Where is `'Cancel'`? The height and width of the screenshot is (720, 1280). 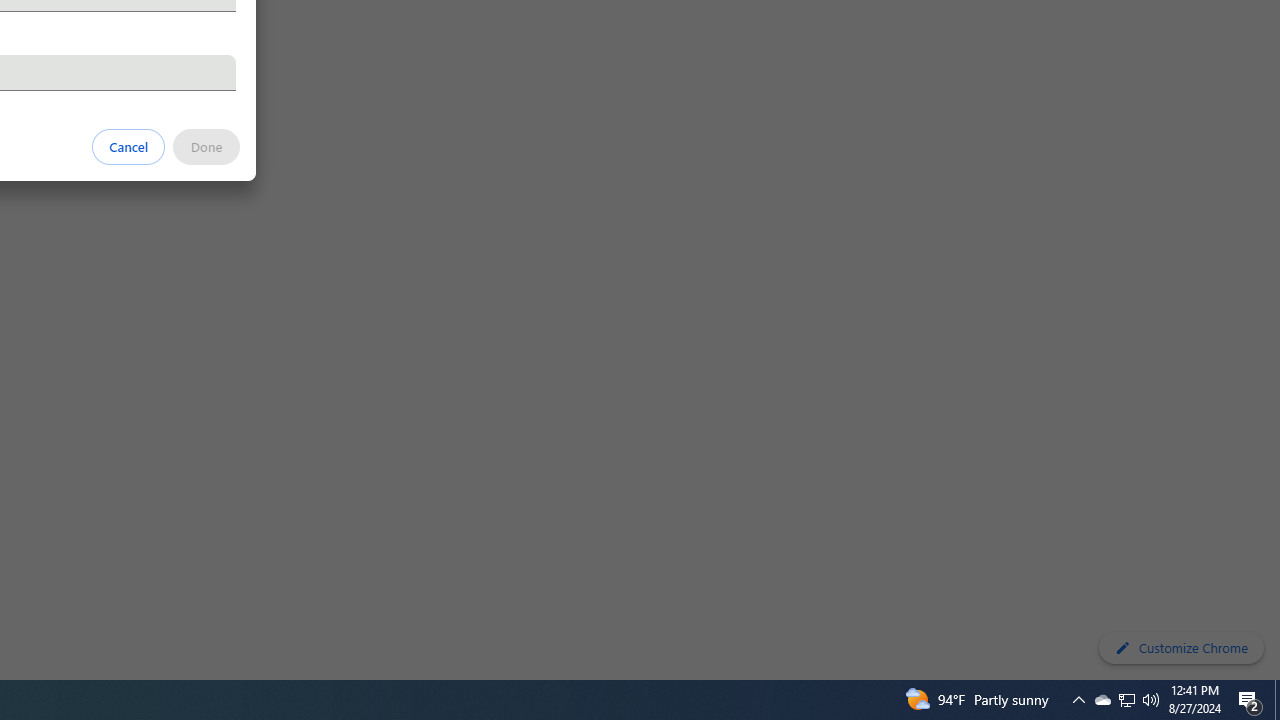
'Cancel' is located at coordinates (128, 145).